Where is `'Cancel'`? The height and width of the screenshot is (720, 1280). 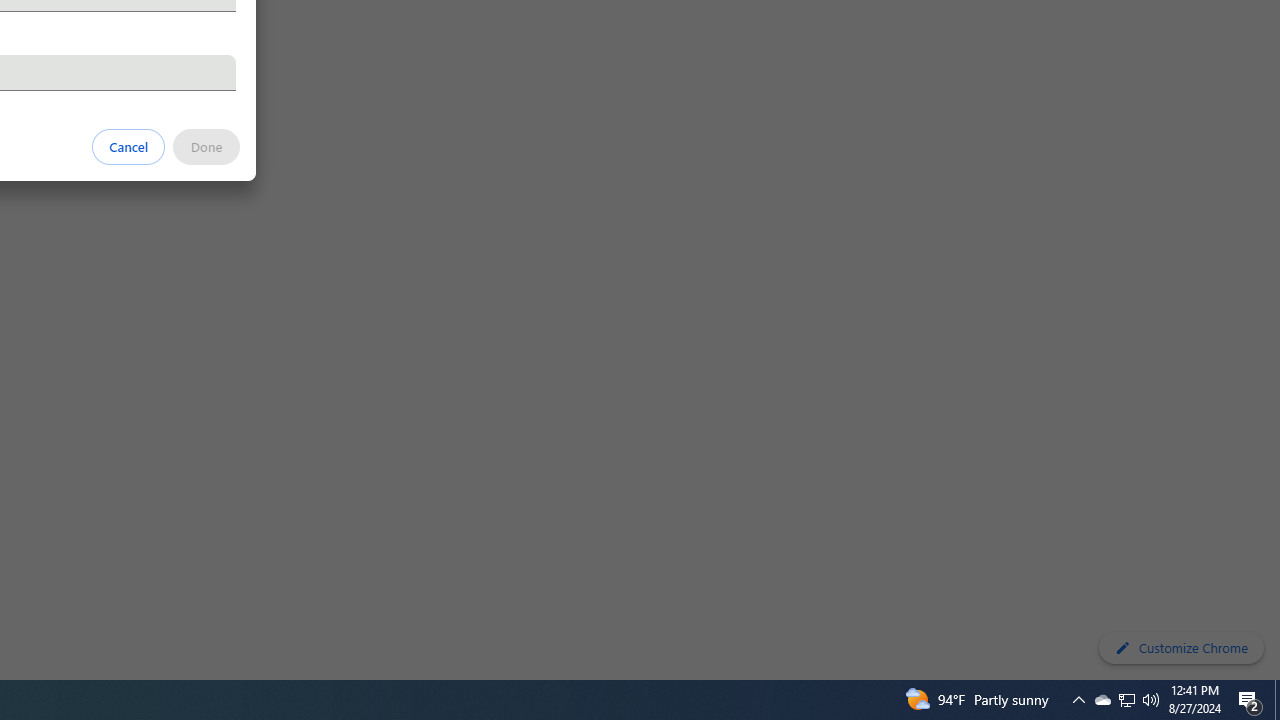
'Cancel' is located at coordinates (128, 145).